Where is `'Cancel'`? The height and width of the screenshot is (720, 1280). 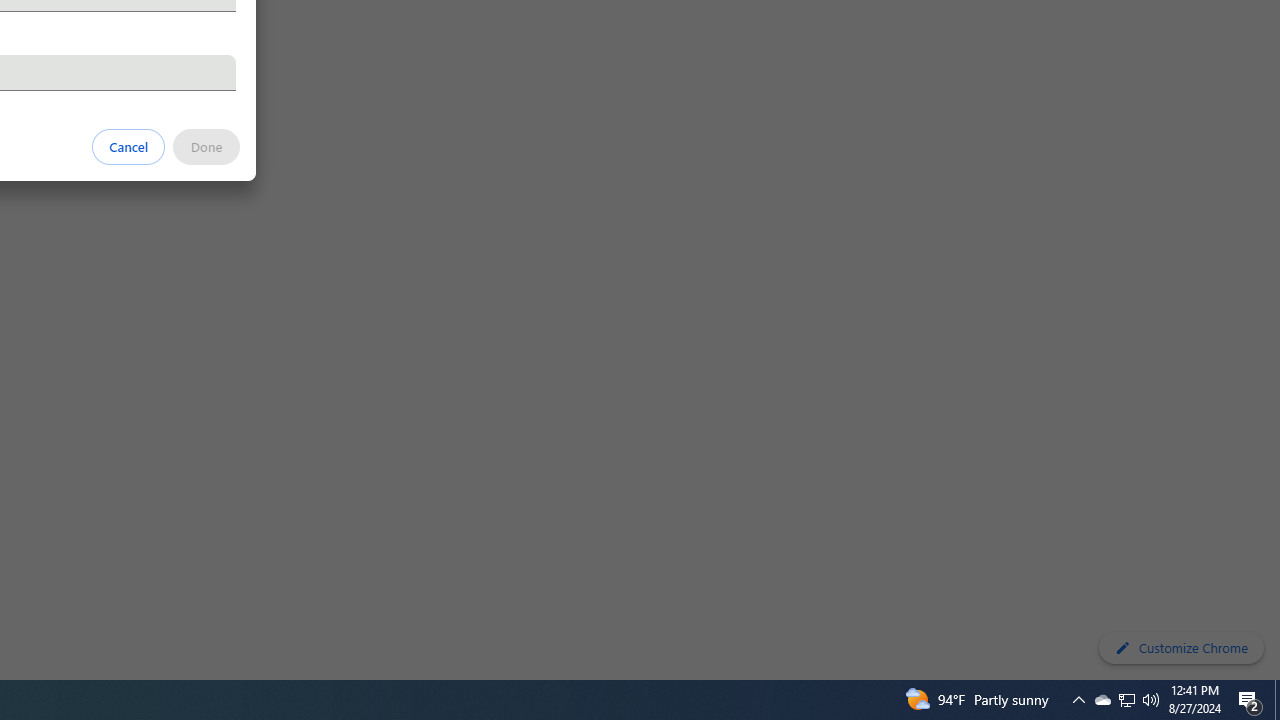
'Cancel' is located at coordinates (128, 145).